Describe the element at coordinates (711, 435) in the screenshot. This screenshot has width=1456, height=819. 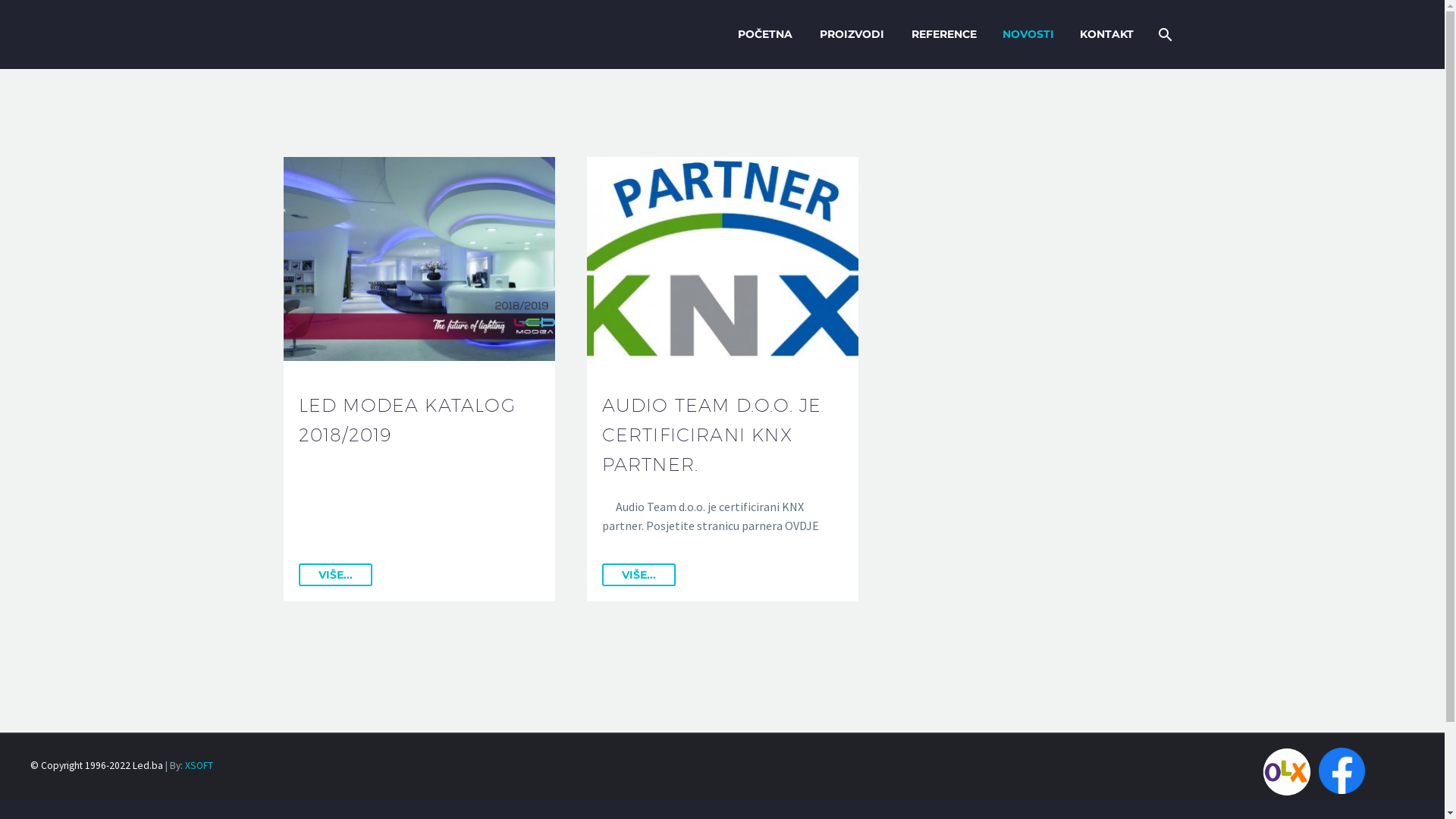
I see `'AUDIO TEAM D.O.O. JE CERTIFICIRANI KNX PARTNER.'` at that location.